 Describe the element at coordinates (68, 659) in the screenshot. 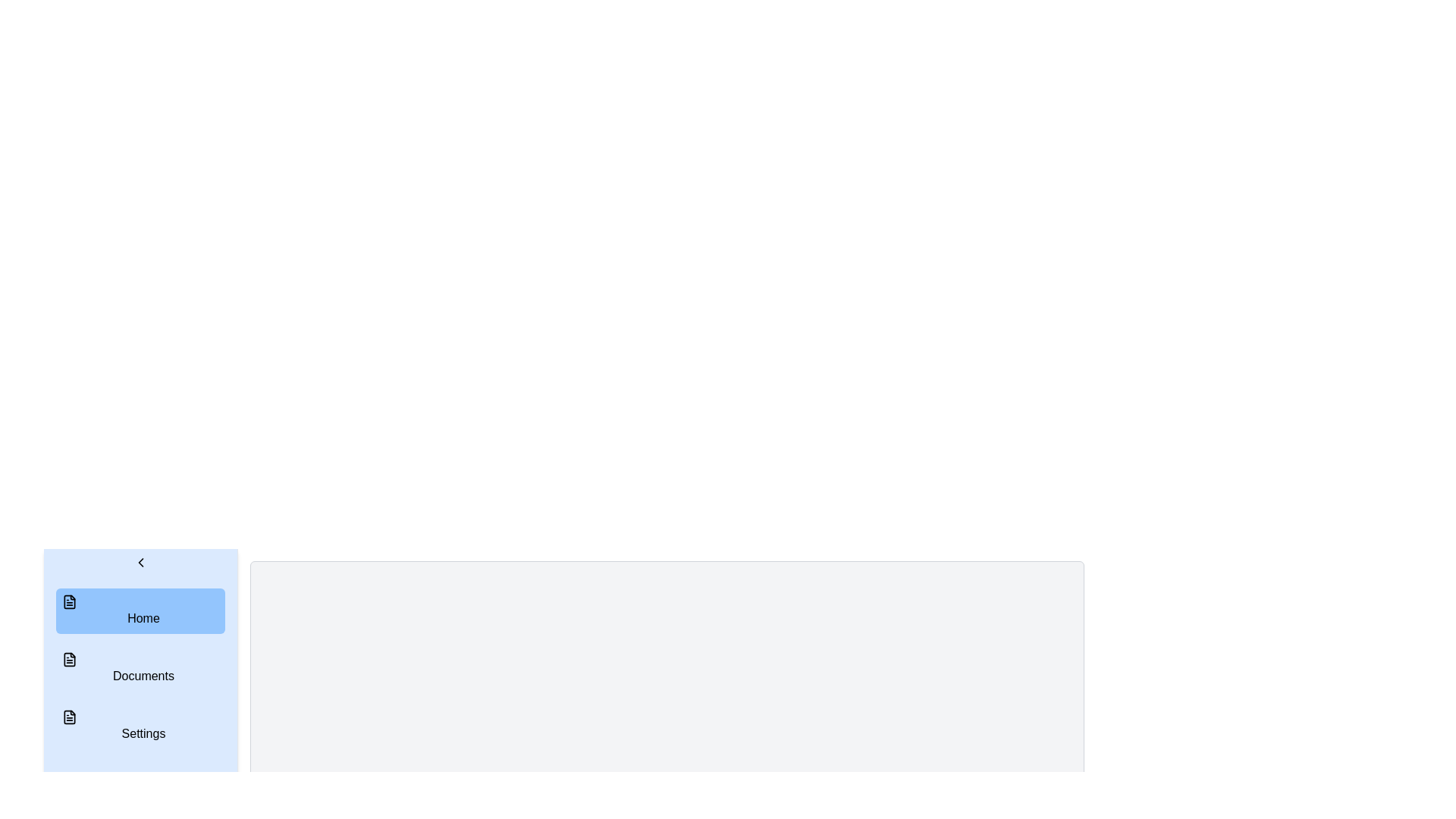

I see `the document file icon located in the second entry of the vertical navigation menu, positioned between 'Home' and 'Settings'` at that location.